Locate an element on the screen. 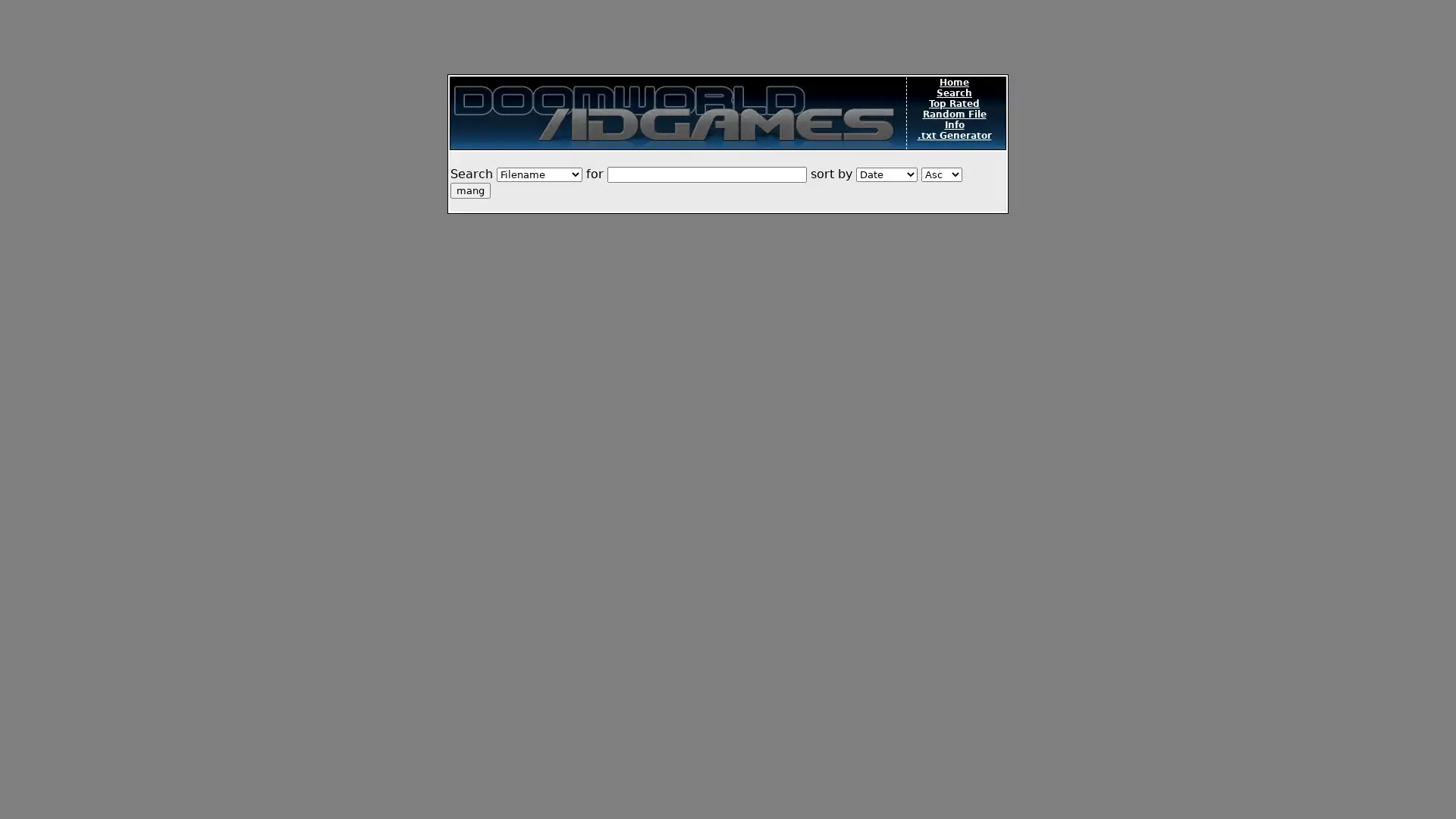 This screenshot has width=1456, height=819. mang is located at coordinates (469, 190).